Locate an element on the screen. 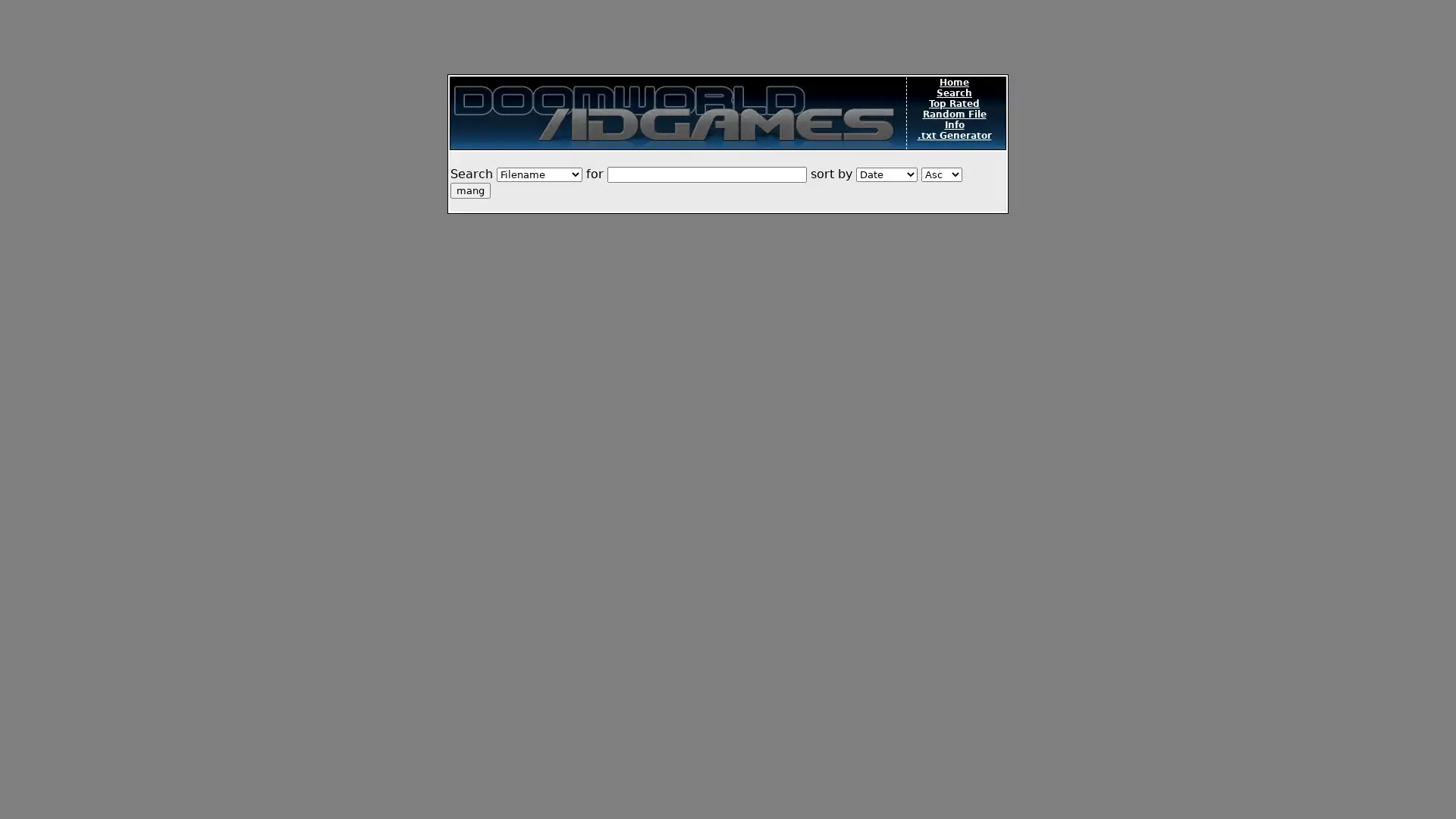 This screenshot has width=1456, height=819. mang is located at coordinates (469, 190).